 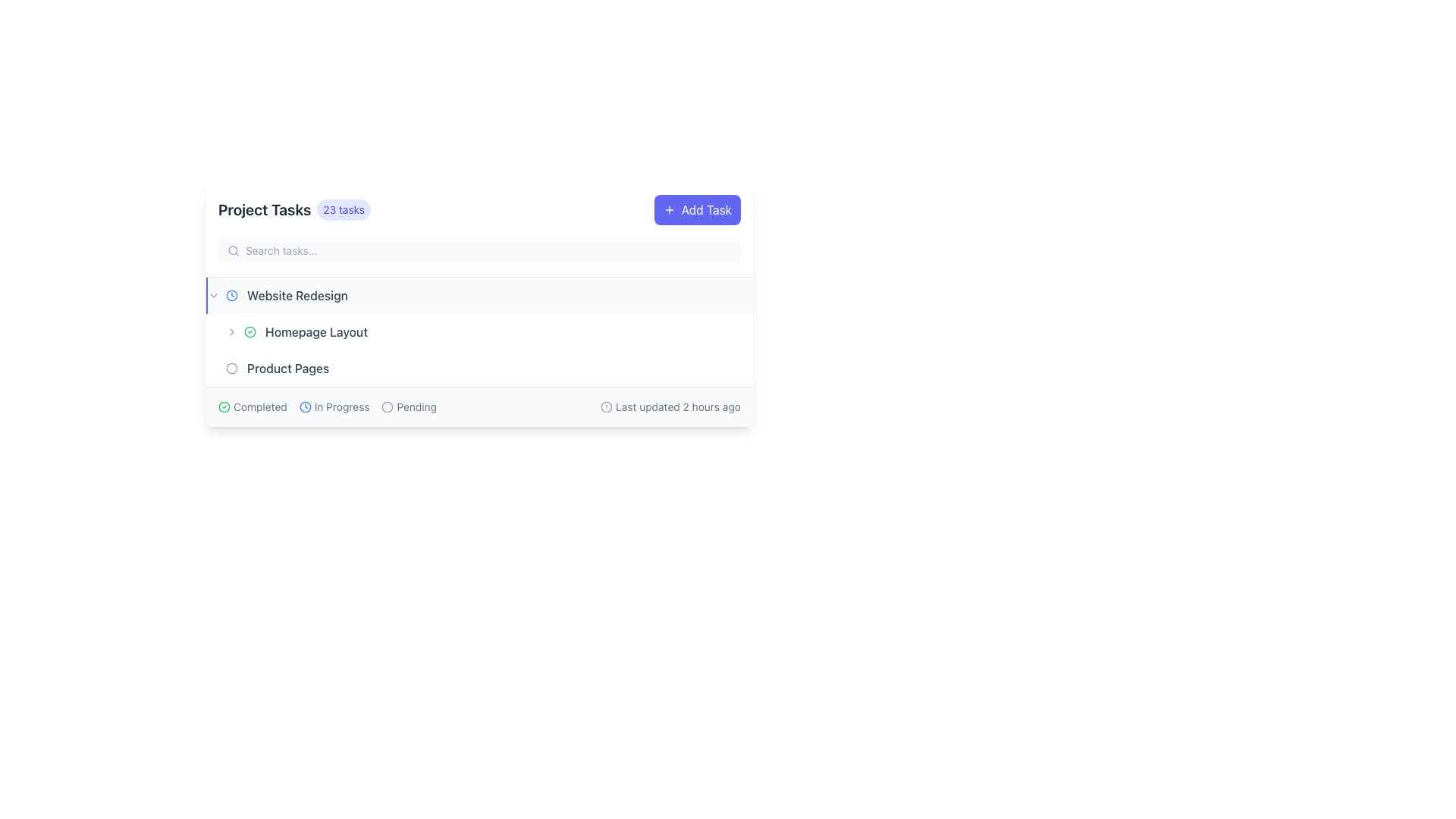 I want to click on the alignment of the decorative icon located at the far-left side of the 'Homepage Layout' list item, which suggests expandable behavior, so click(x=231, y=331).